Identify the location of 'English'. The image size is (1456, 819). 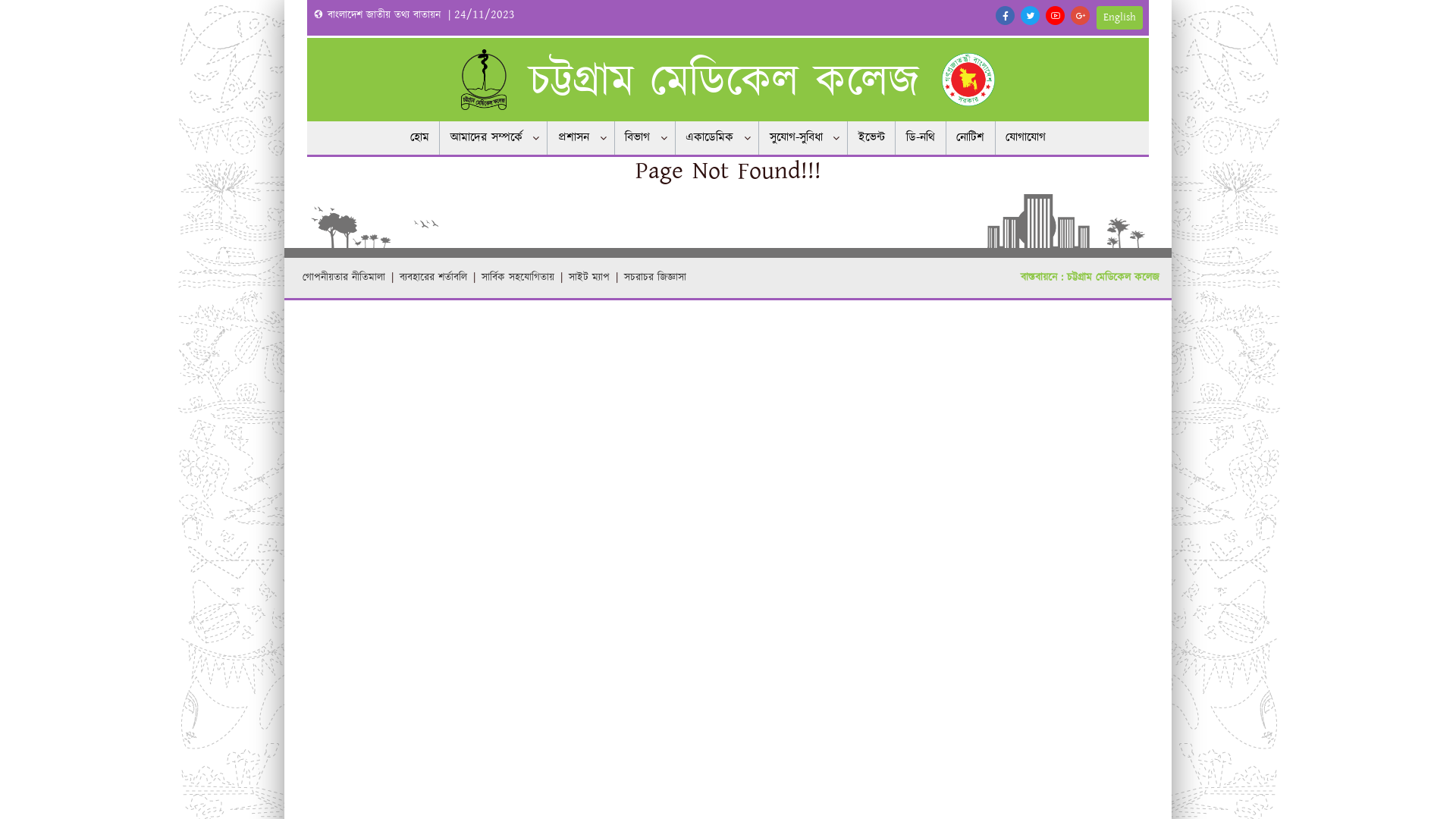
(1119, 17).